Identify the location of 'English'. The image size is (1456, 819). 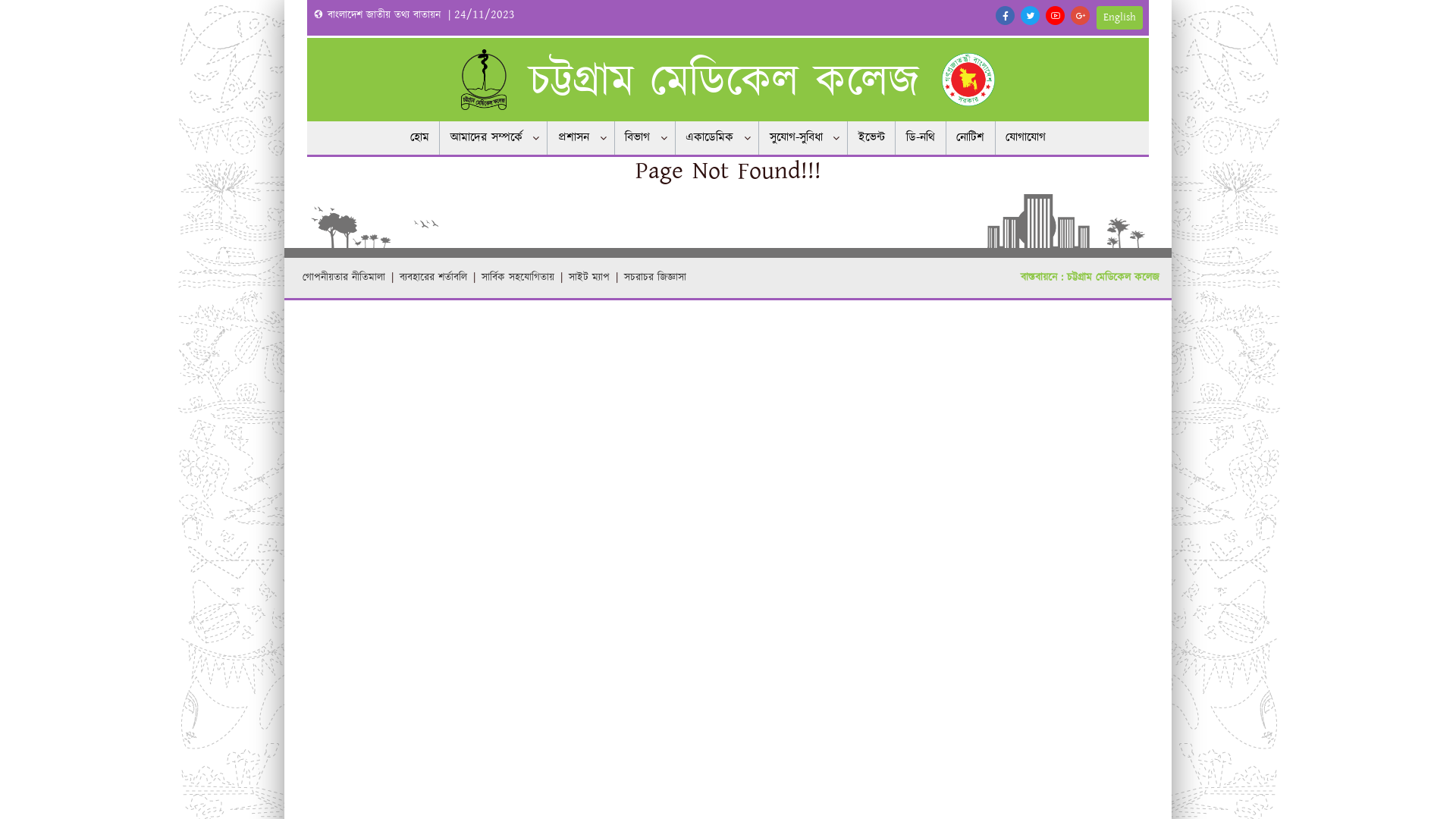
(1119, 17).